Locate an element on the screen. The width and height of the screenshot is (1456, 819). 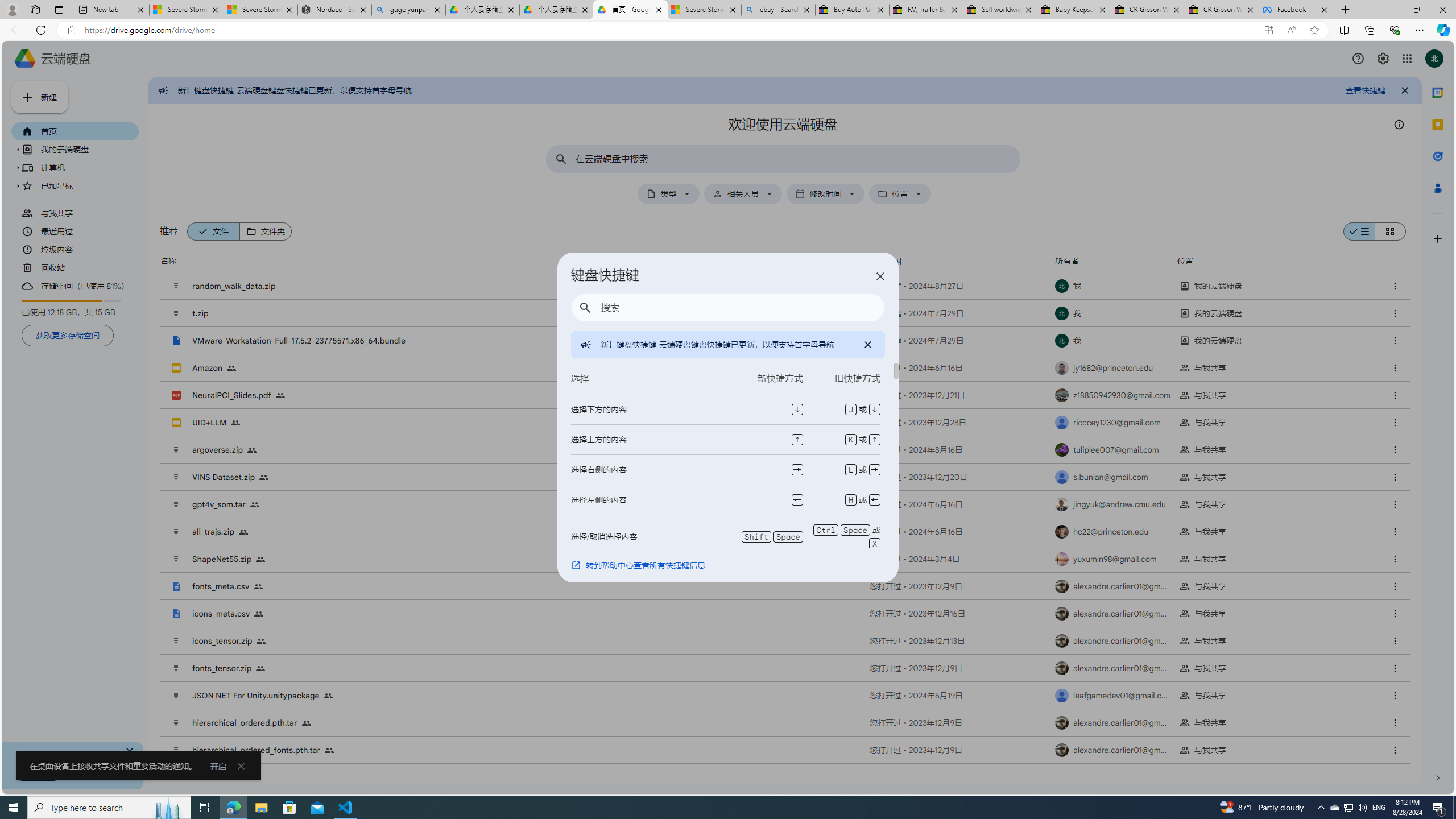
'Buy Auto Parts & Accessories | eBay' is located at coordinates (851, 9).